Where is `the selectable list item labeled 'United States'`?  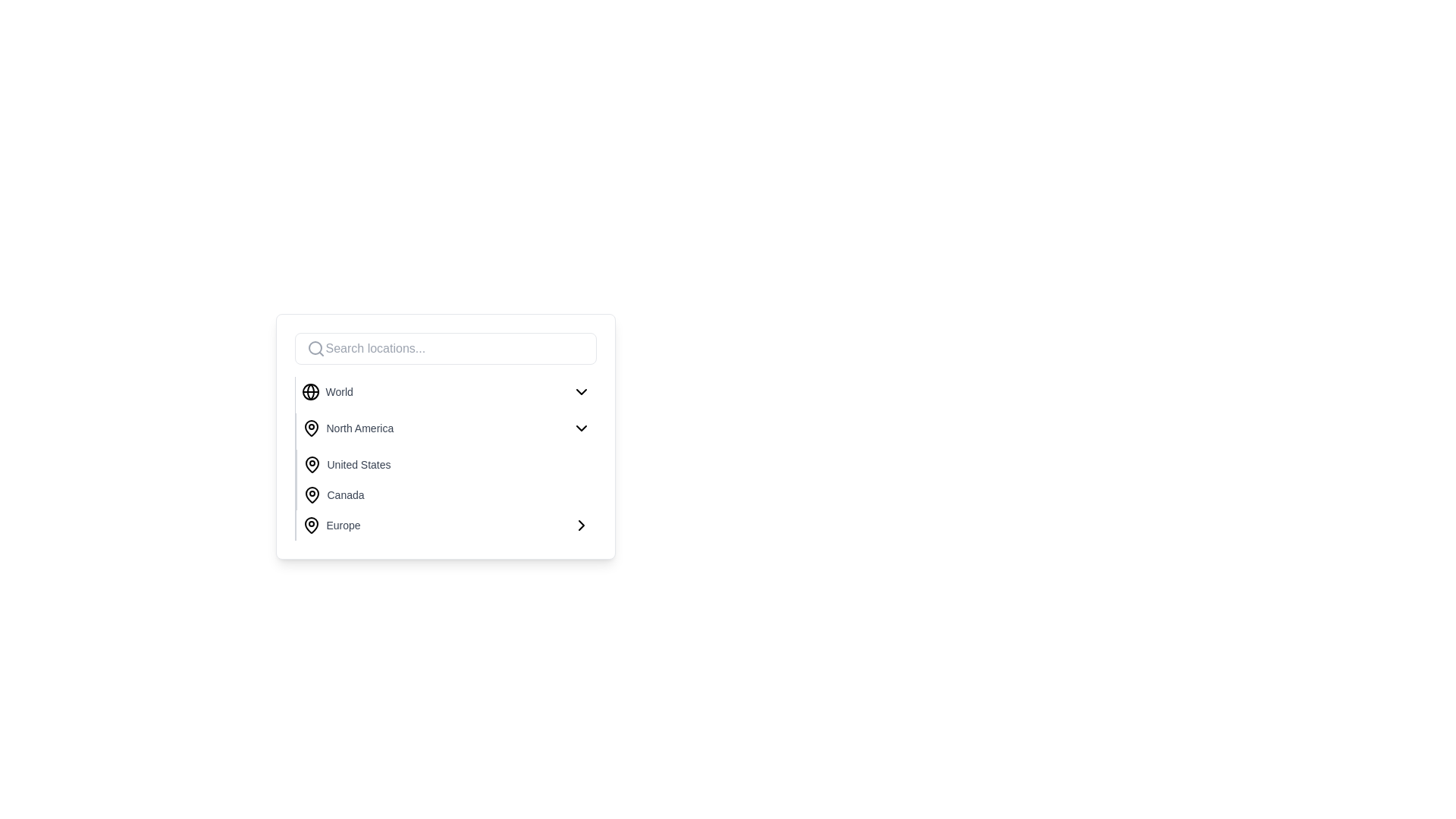
the selectable list item labeled 'United States' is located at coordinates (346, 464).